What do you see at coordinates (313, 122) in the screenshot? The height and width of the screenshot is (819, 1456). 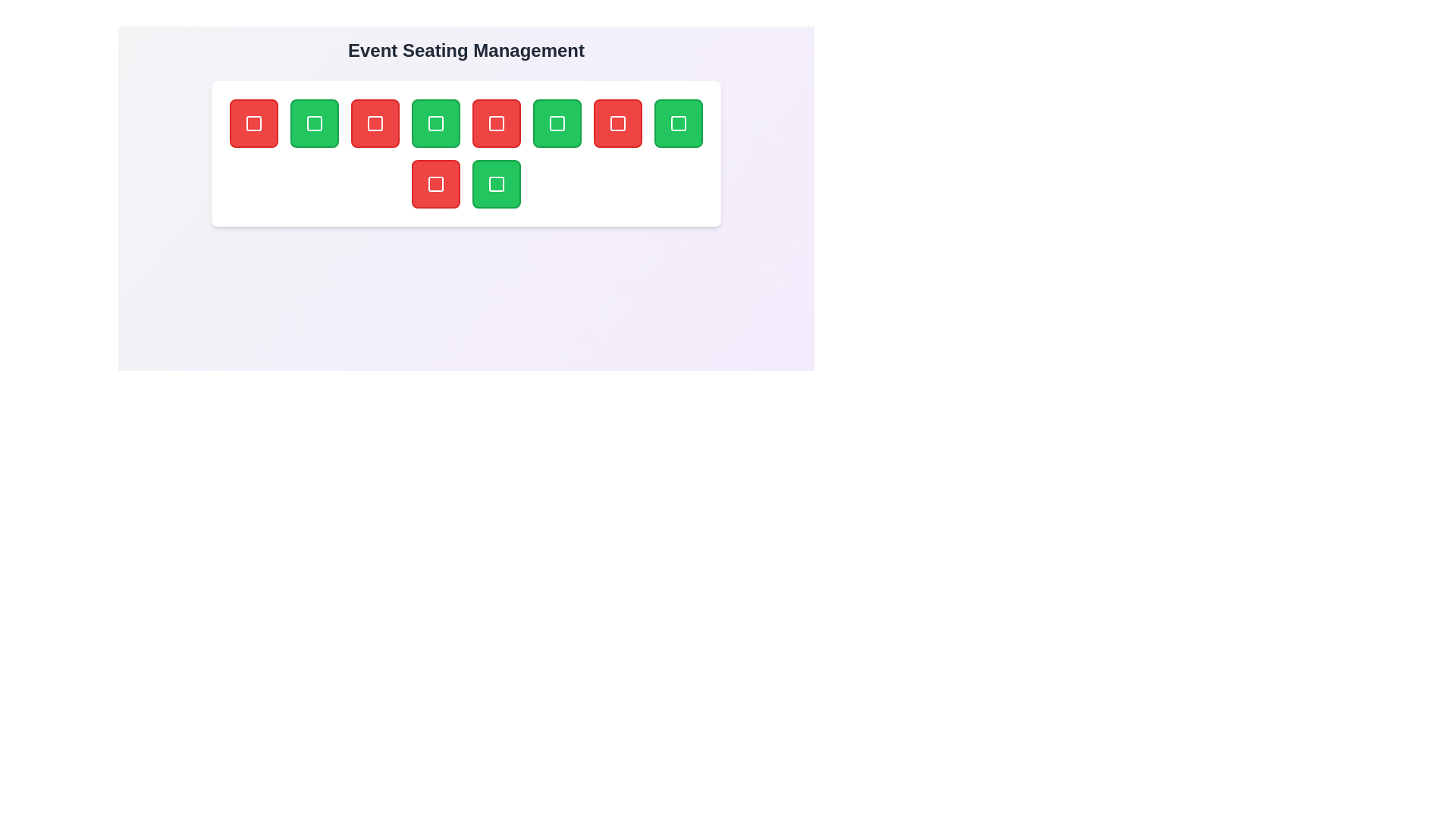 I see `Seat 2 in the seating layout` at bounding box center [313, 122].